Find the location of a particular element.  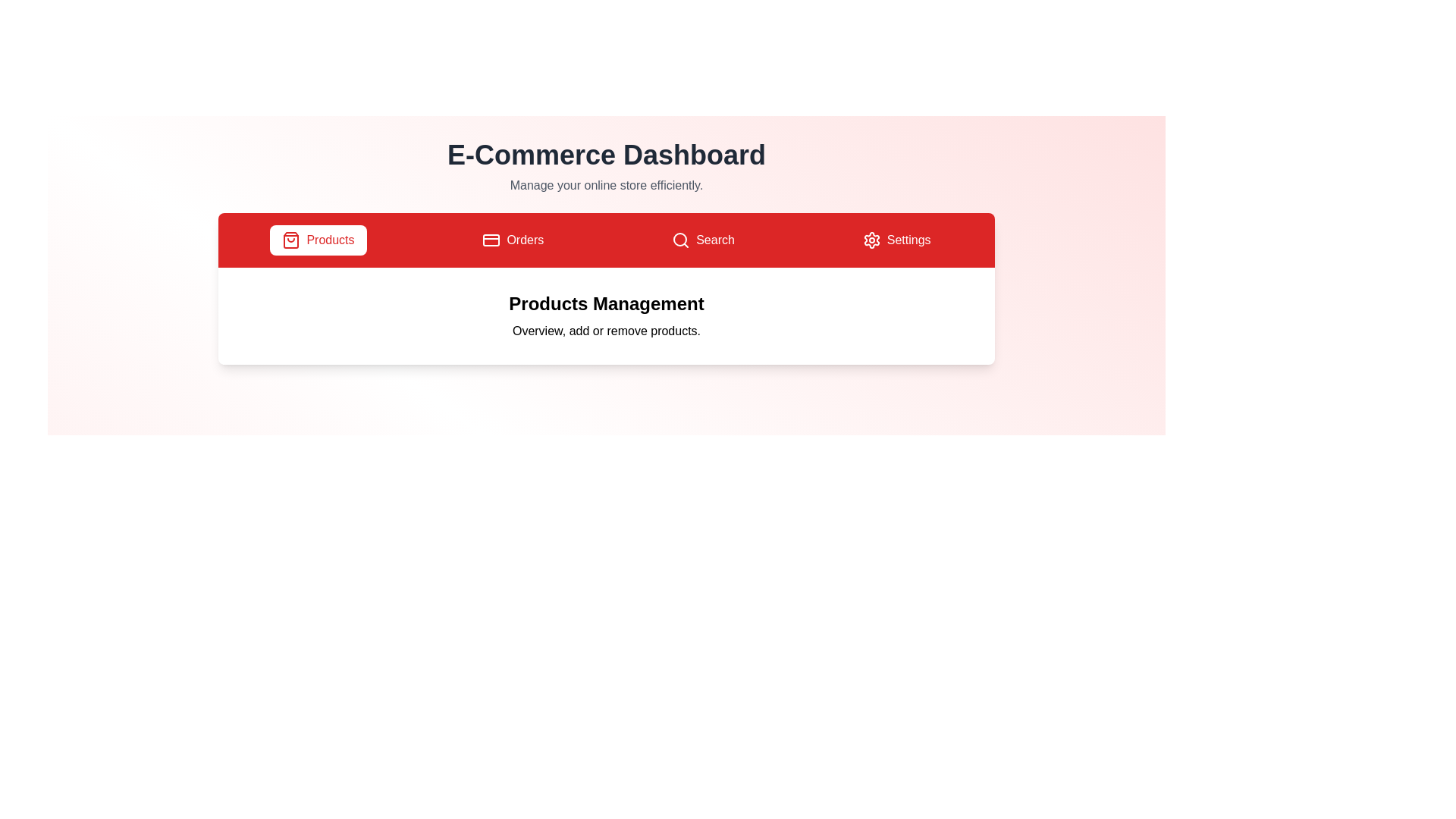

the 'Orders' button, which features a minimalistic credit card icon with a rounded rectangular shape, located in the top navigation bar between 'Products' and 'Search' is located at coordinates (491, 239).